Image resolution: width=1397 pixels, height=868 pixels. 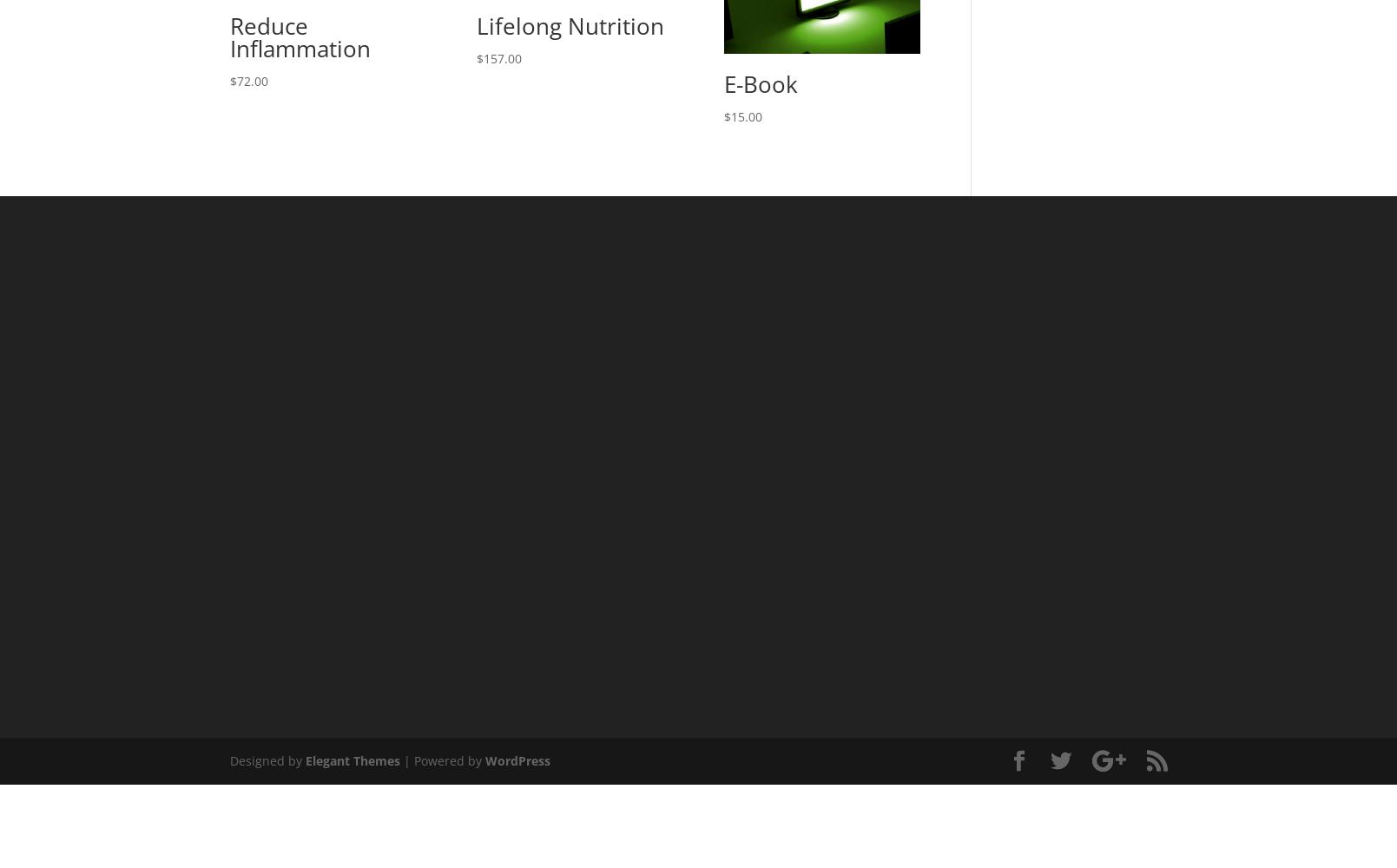 I want to click on '157.00', so click(x=503, y=57).